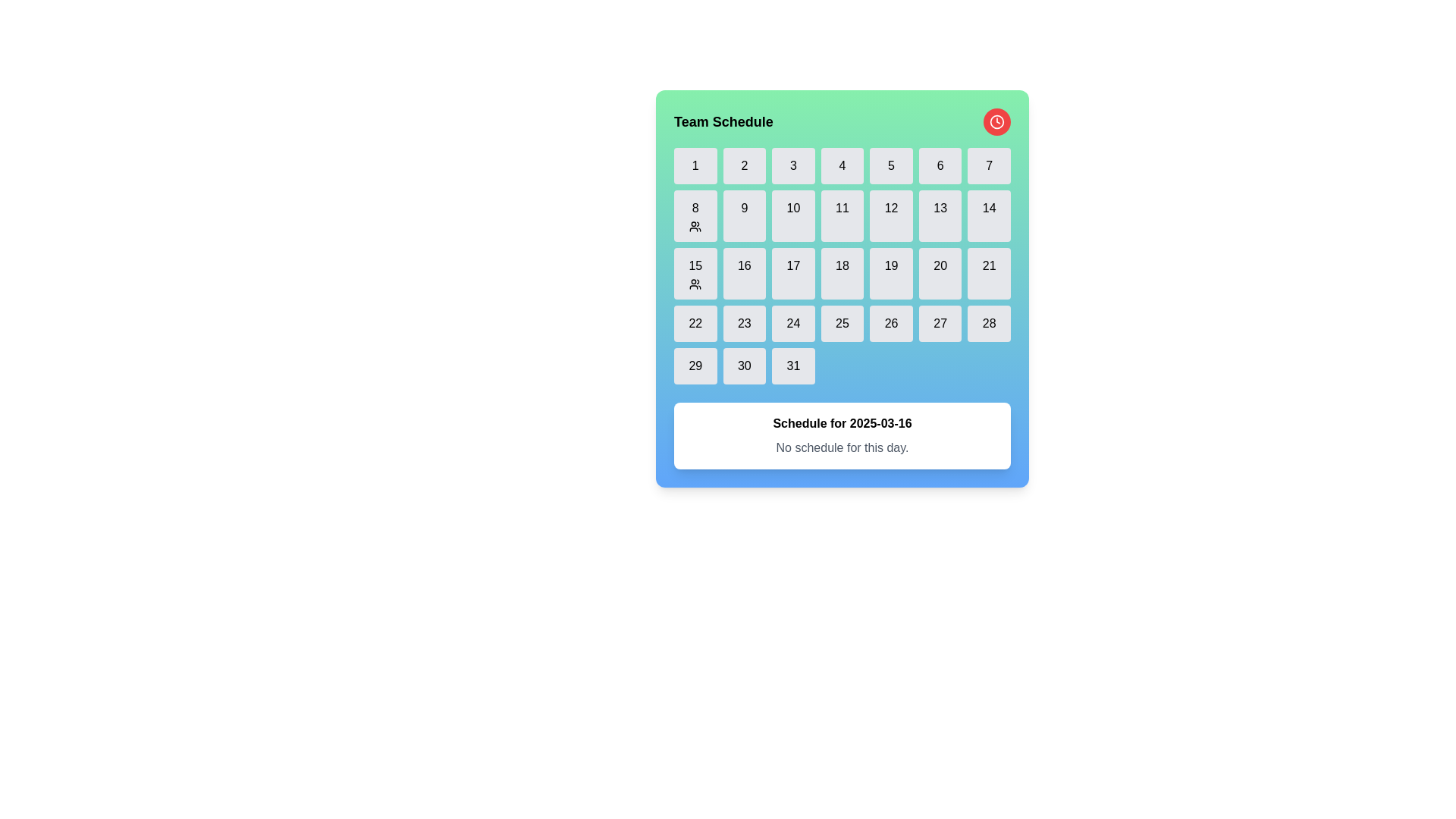  Describe the element at coordinates (695, 323) in the screenshot. I see `the numeric label displaying '22' in the calendar grid of the 'Team Schedule' interface` at that location.